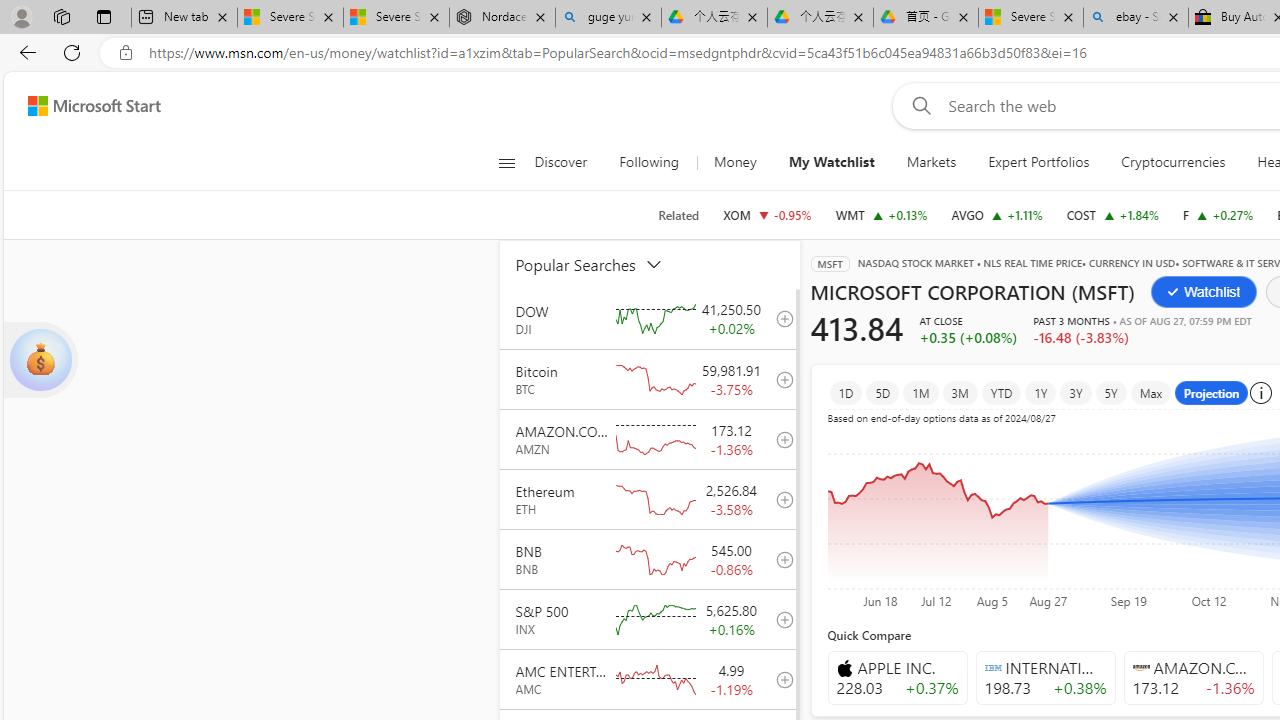 Image resolution: width=1280 pixels, height=720 pixels. What do you see at coordinates (930, 162) in the screenshot?
I see `'Markets'` at bounding box center [930, 162].